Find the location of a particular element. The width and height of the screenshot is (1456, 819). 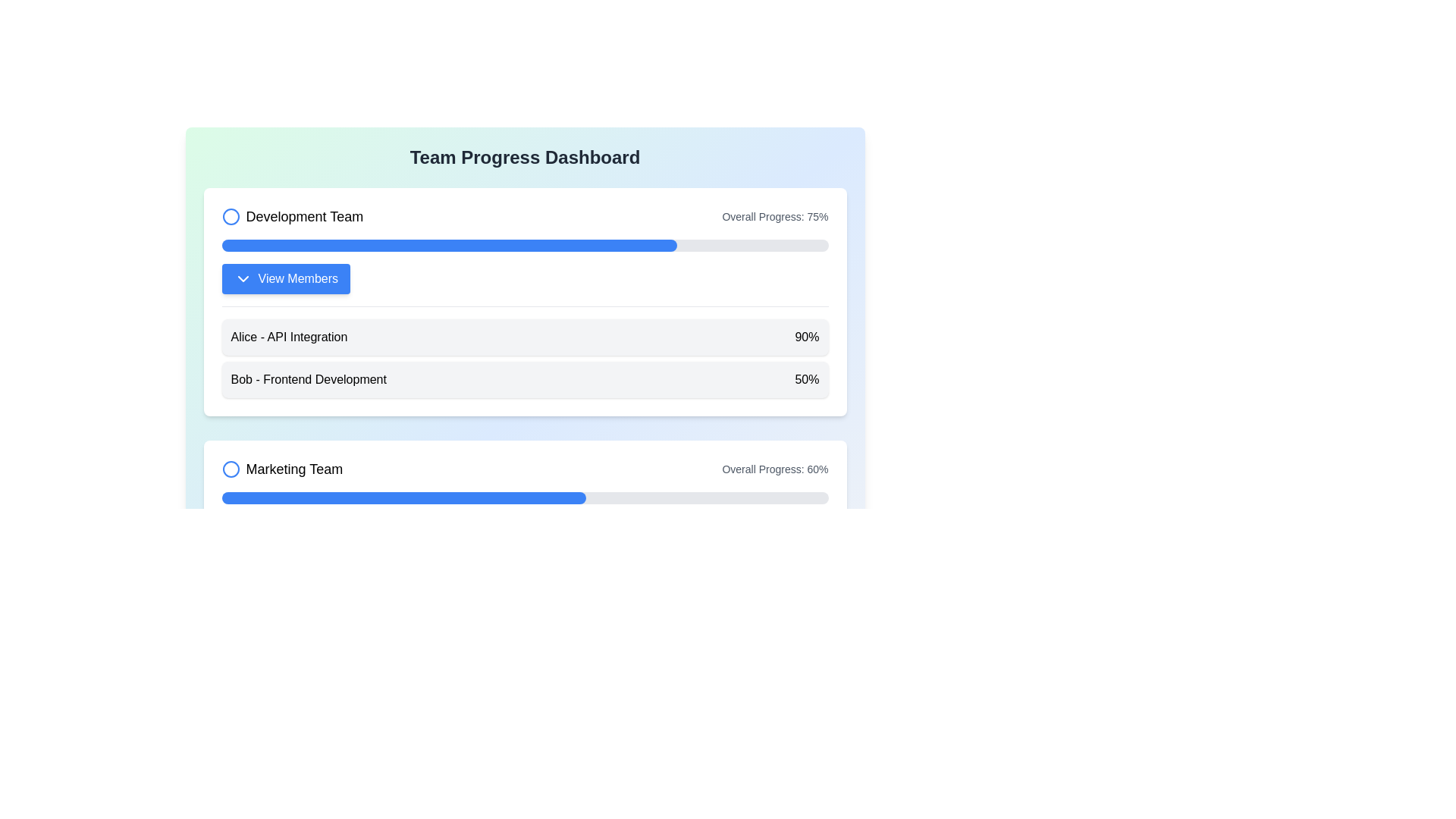

the circular graphical element styled with a blue stroke, which is located adjacent to the 'Marketing Team' text in the second team section of the page is located at coordinates (230, 468).